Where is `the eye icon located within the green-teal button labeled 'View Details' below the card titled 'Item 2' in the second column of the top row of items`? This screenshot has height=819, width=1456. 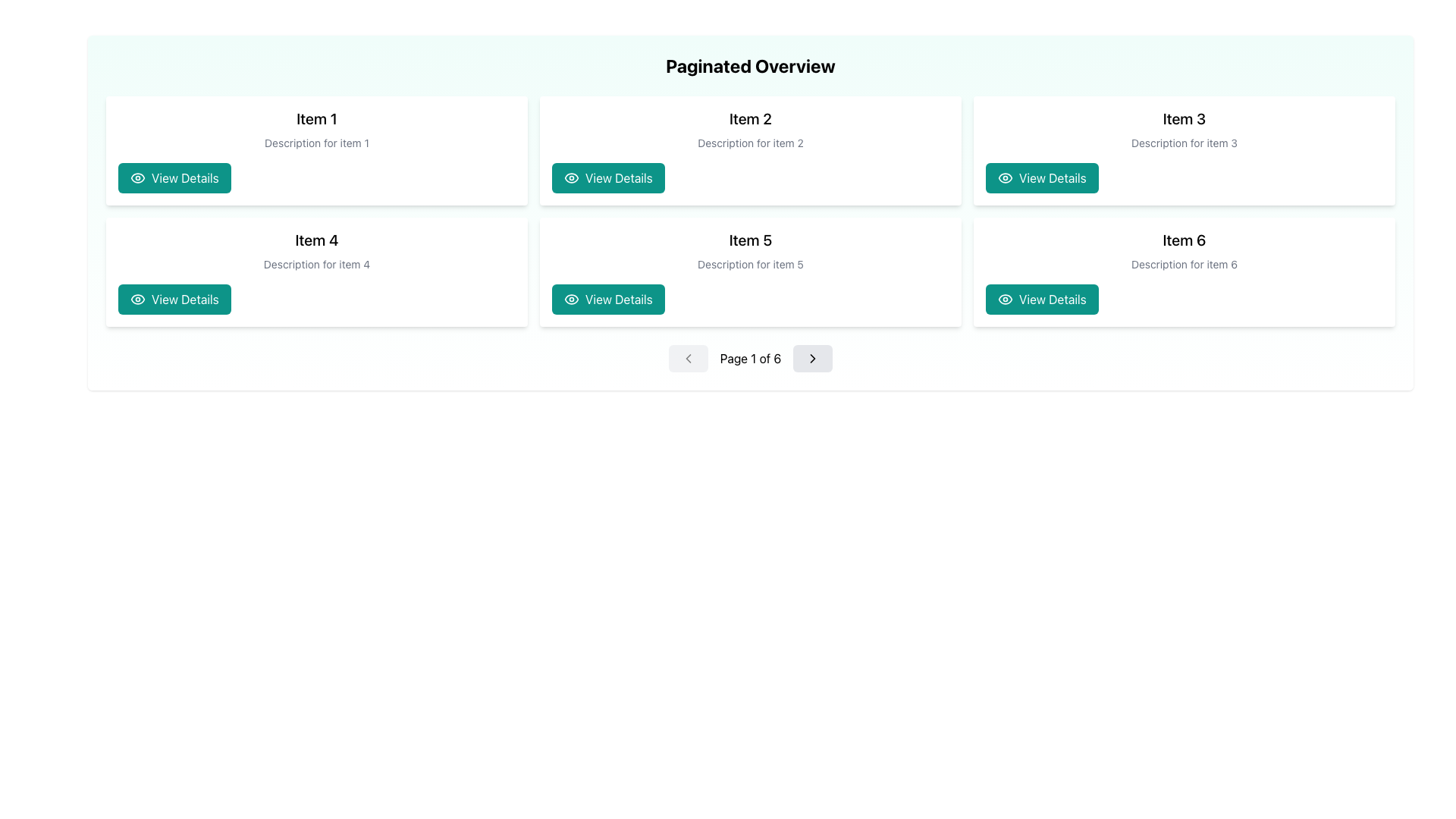
the eye icon located within the green-teal button labeled 'View Details' below the card titled 'Item 2' in the second column of the top row of items is located at coordinates (570, 177).